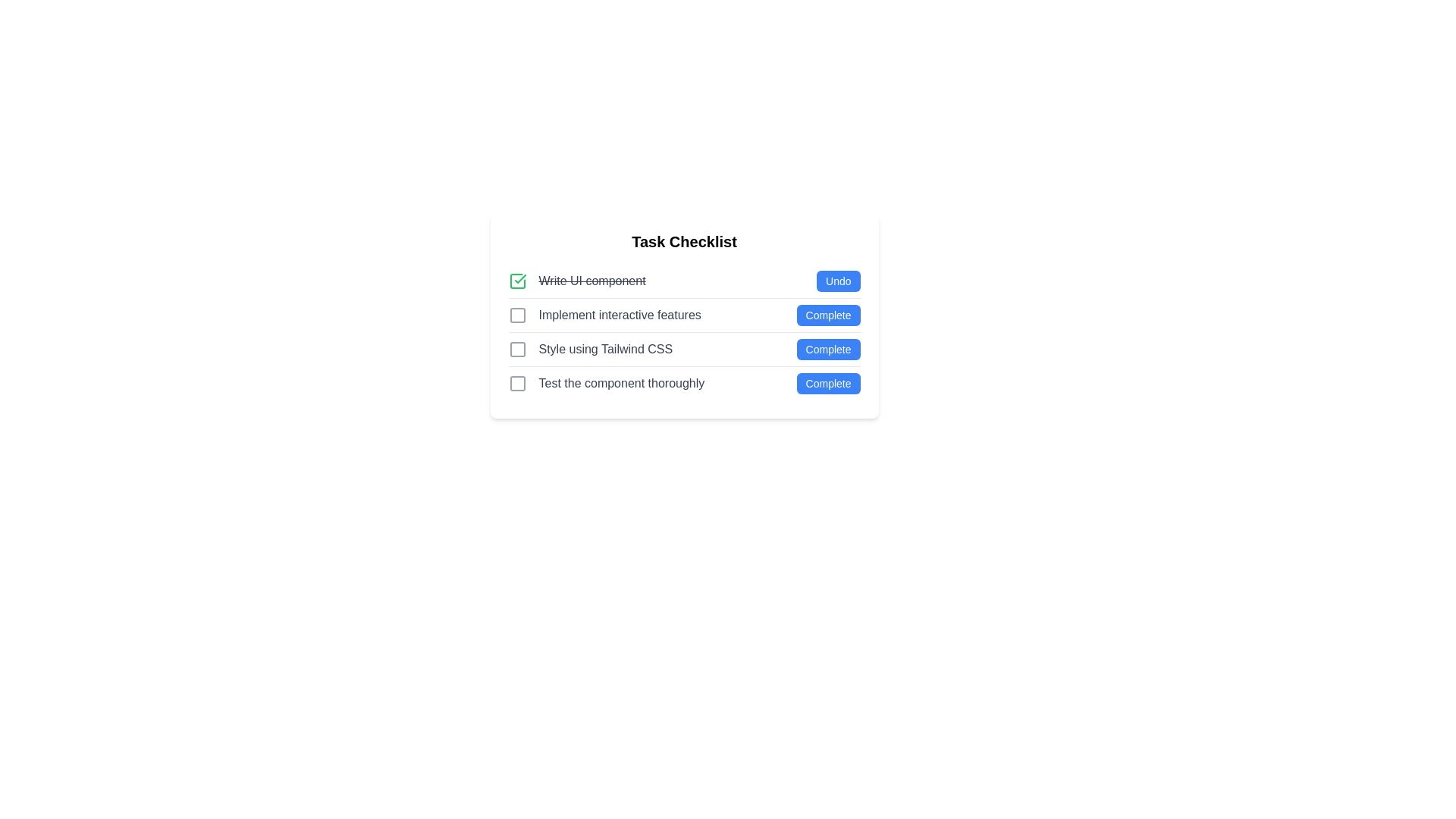 Image resolution: width=1456 pixels, height=819 pixels. I want to click on the SVG graphic representing the check icon background that indicates completion for the item 'Write UI component', so click(517, 281).